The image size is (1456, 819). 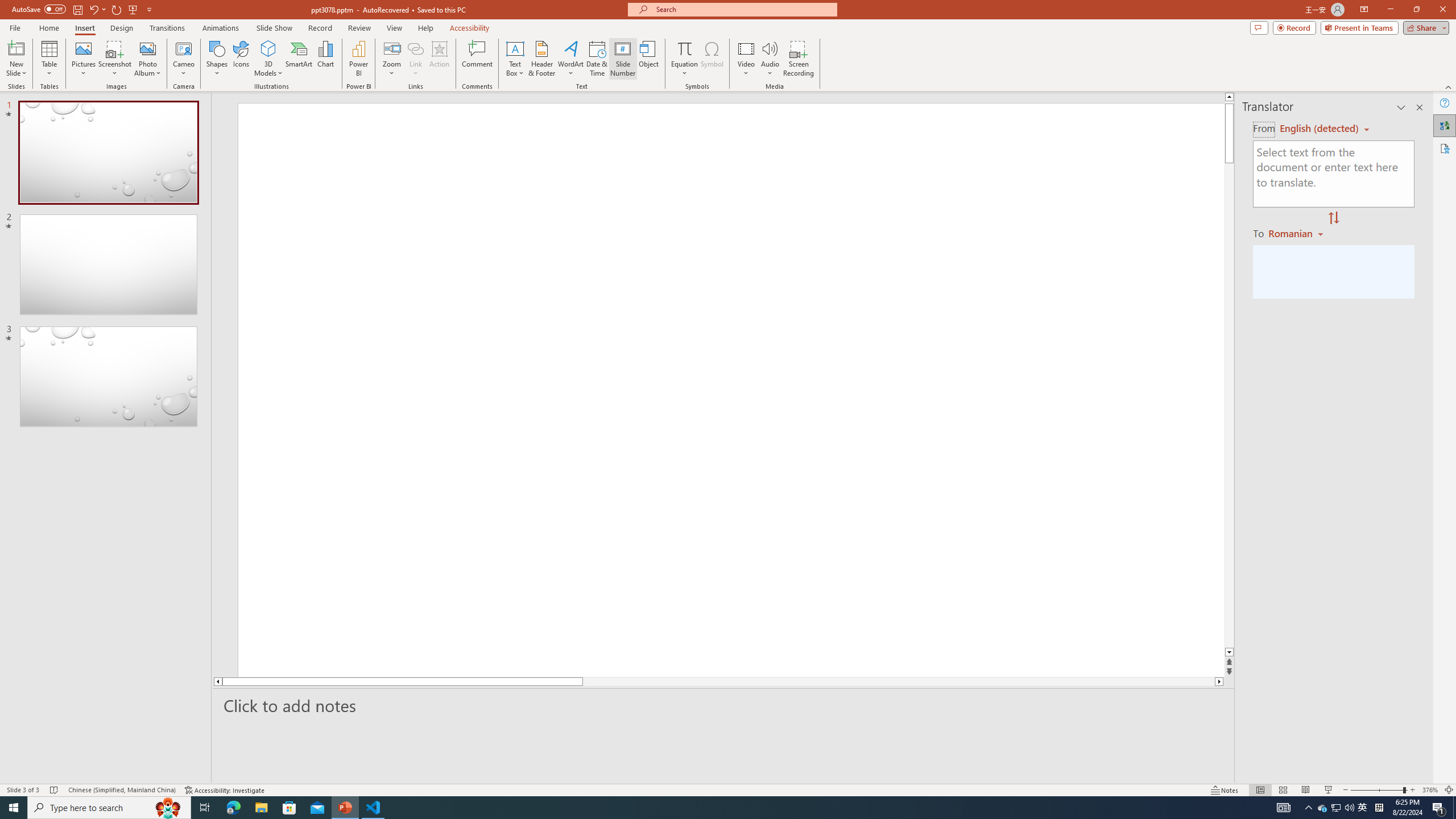 I want to click on 'Table', so click(x=49, y=59).